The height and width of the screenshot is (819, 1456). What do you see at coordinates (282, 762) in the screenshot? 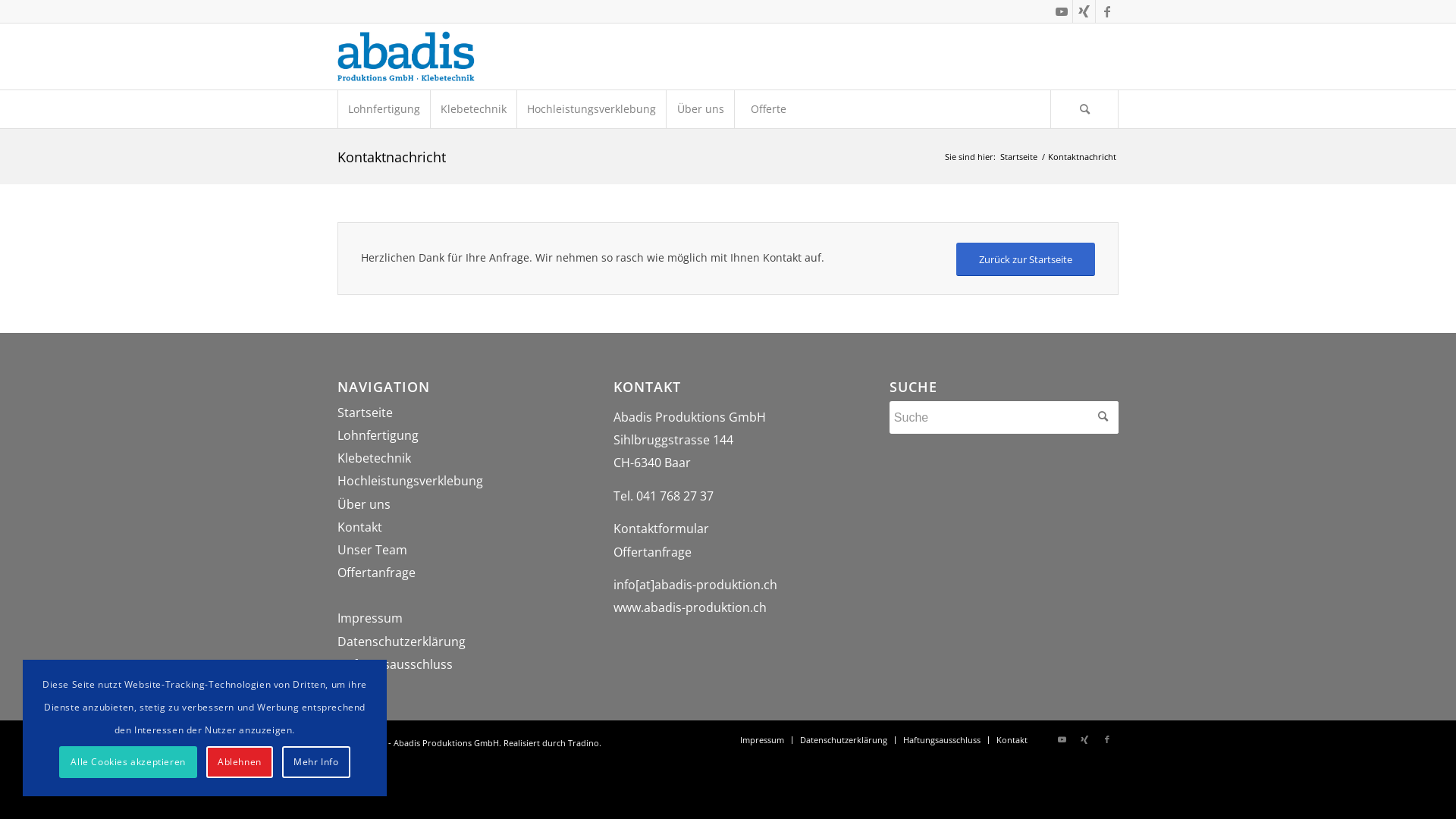
I see `'Mehr Info'` at bounding box center [282, 762].